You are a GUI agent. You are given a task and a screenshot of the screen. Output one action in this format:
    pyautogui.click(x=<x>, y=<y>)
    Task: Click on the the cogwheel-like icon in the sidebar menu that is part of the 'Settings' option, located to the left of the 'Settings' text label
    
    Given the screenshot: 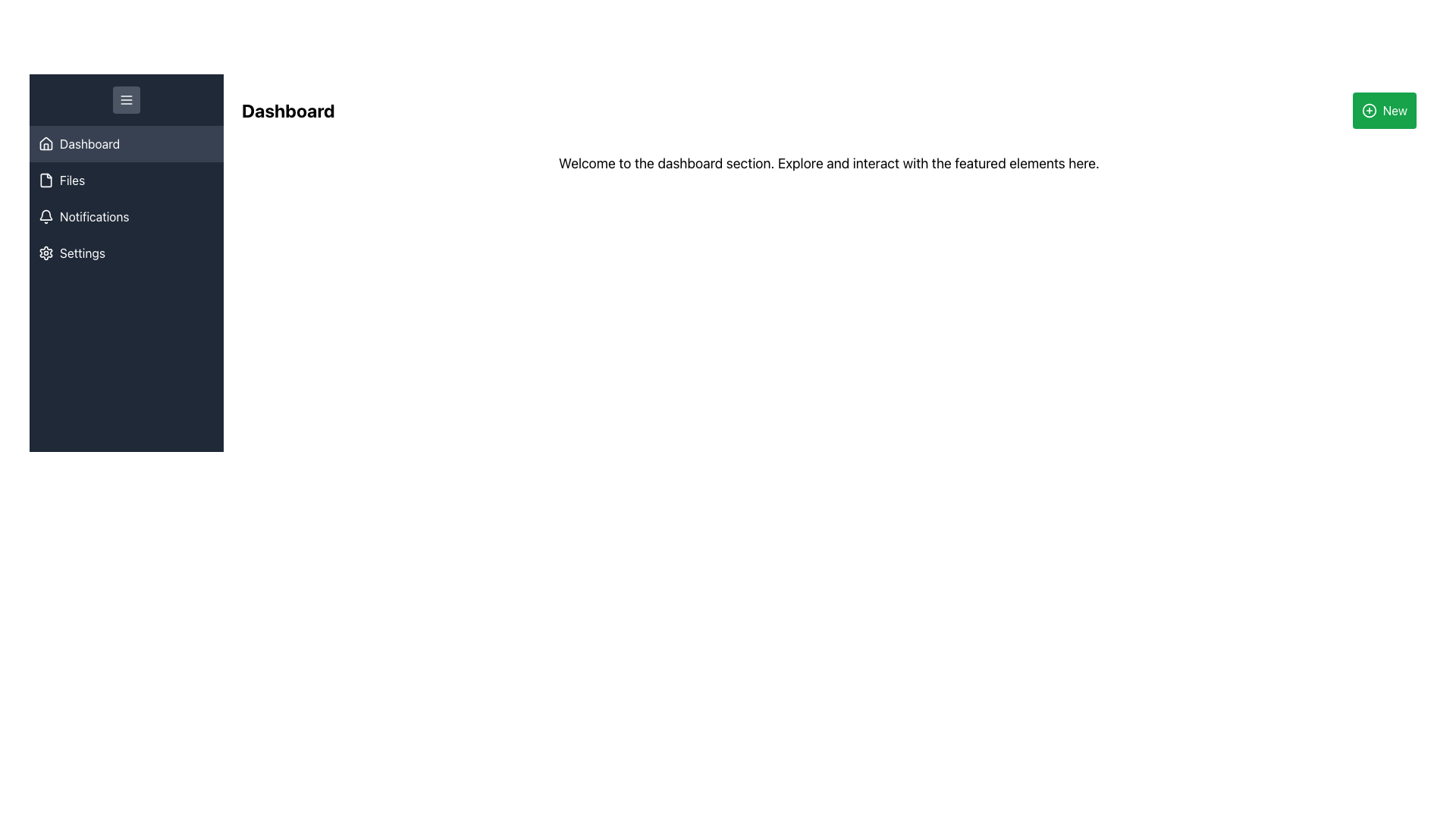 What is the action you would take?
    pyautogui.click(x=46, y=253)
    